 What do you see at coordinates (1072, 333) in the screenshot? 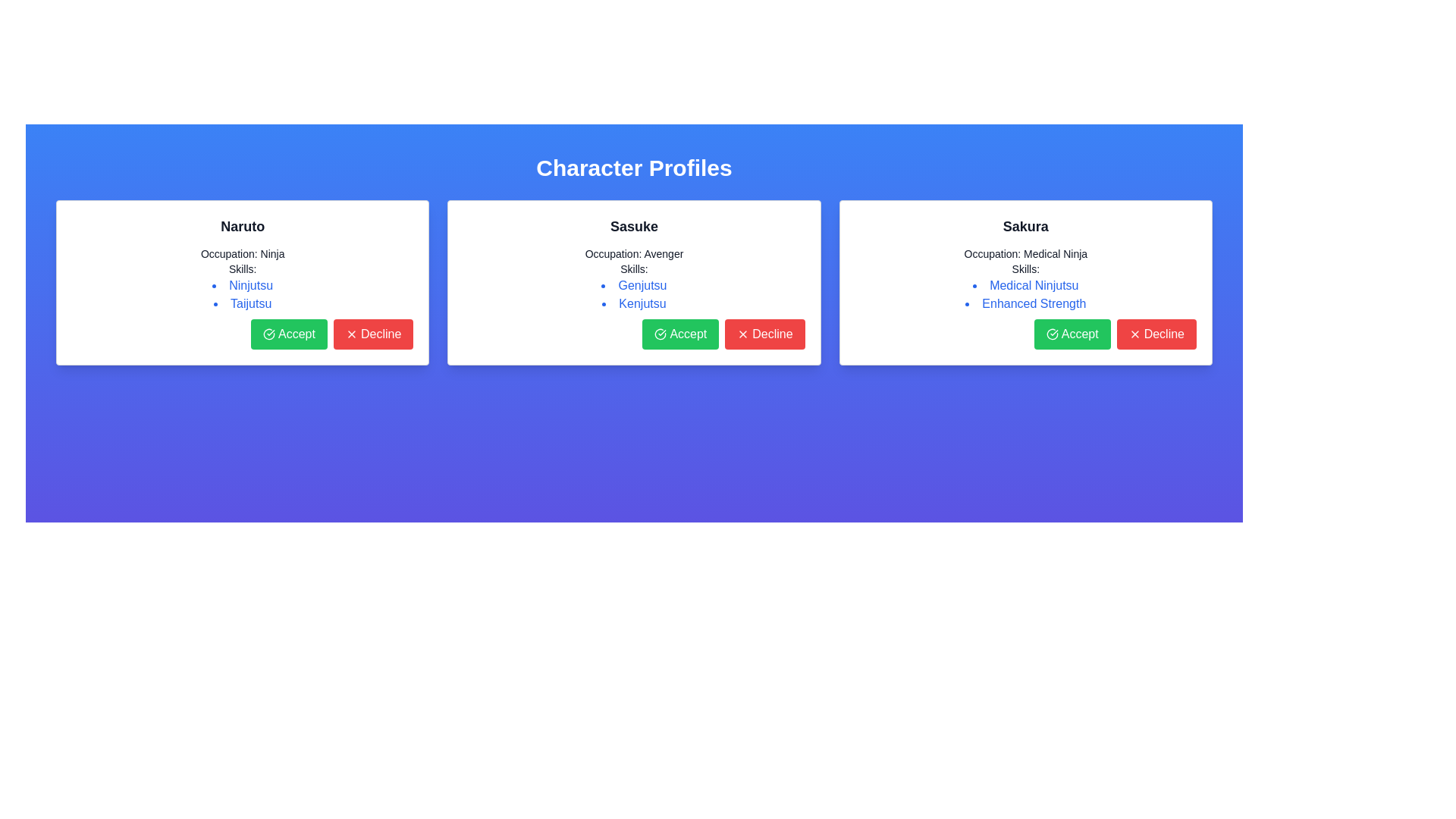
I see `the 'Accept' button located in the bottom section of the 'Sakura' card` at bounding box center [1072, 333].